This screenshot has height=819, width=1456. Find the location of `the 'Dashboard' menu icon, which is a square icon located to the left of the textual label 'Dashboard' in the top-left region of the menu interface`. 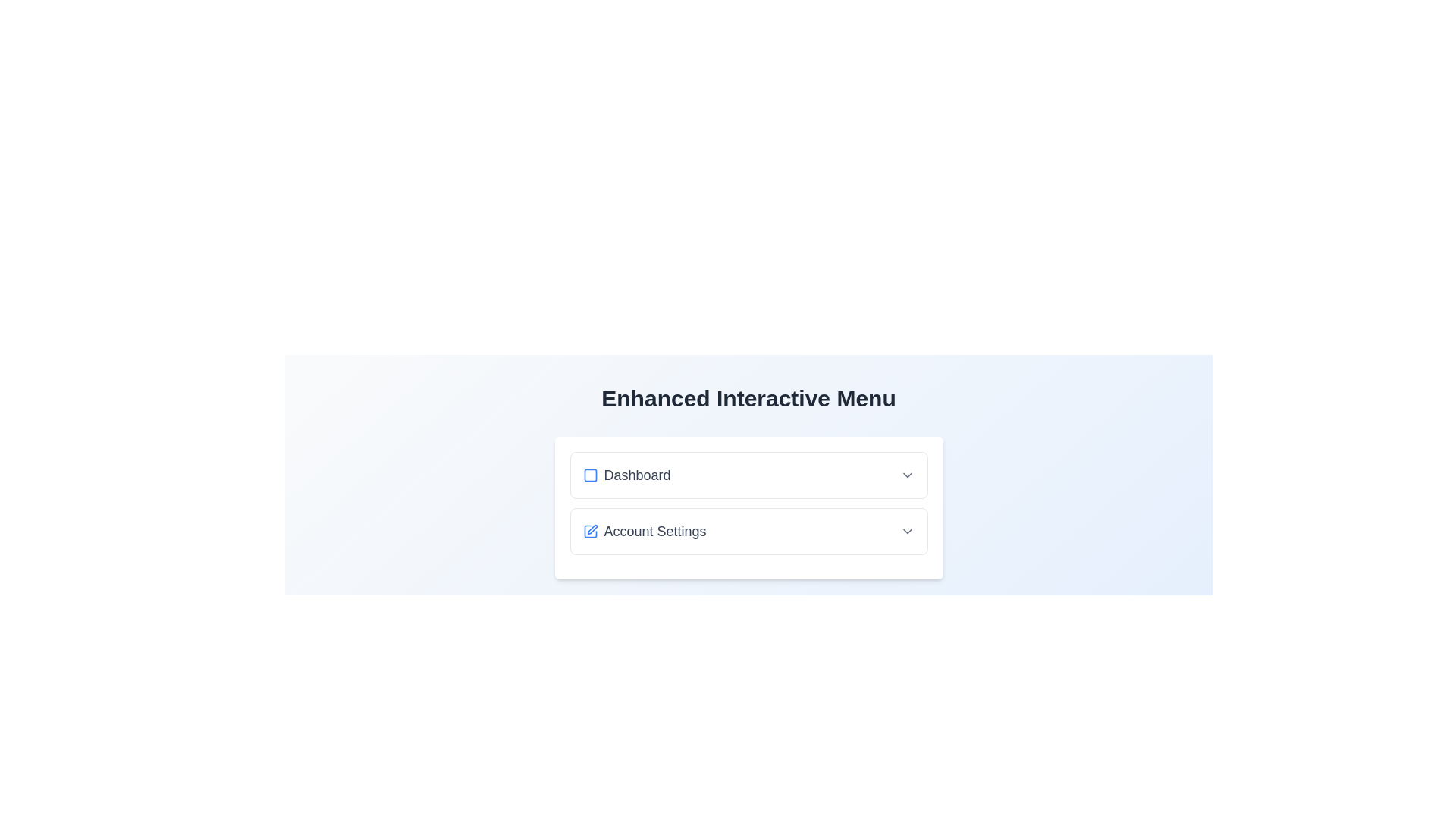

the 'Dashboard' menu icon, which is a square icon located to the left of the textual label 'Dashboard' in the top-left region of the menu interface is located at coordinates (589, 475).